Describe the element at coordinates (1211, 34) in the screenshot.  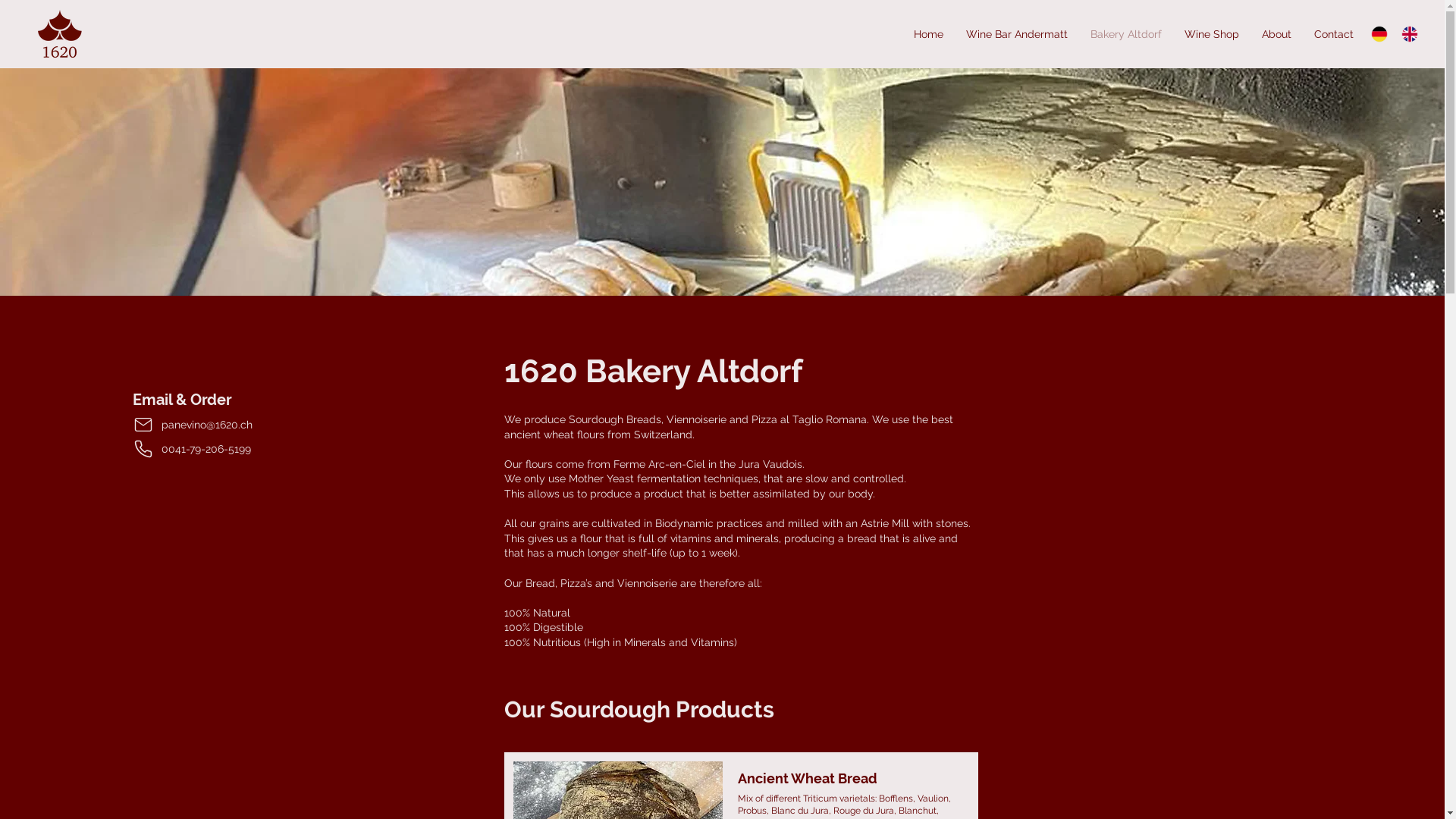
I see `'Wine Shop'` at that location.